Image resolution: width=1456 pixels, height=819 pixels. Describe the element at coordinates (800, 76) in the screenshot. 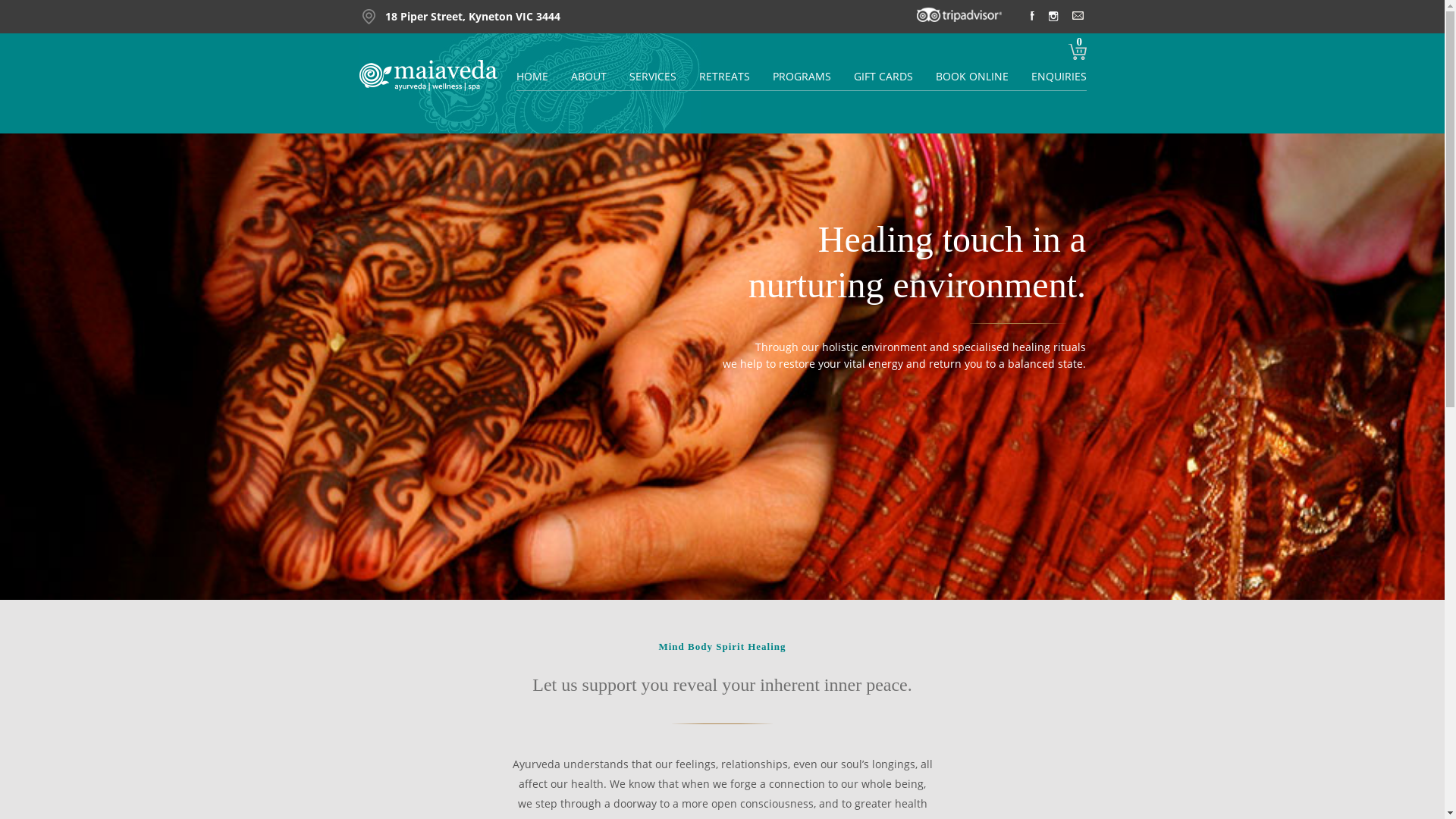

I see `'PROGRAMS'` at that location.